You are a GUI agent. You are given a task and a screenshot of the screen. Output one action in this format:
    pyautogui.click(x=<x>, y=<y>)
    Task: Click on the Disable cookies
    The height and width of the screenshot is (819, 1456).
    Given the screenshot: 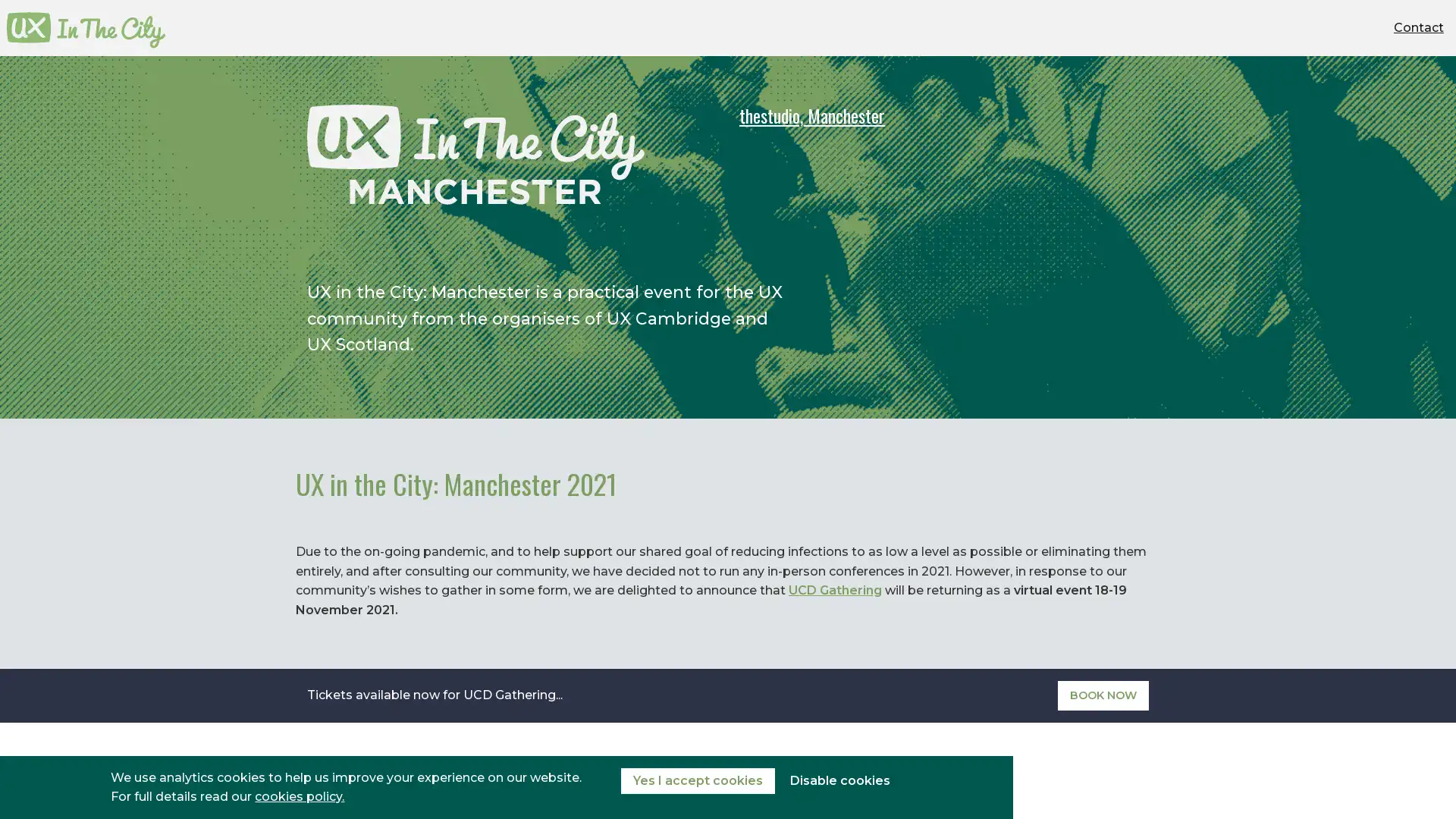 What is the action you would take?
    pyautogui.click(x=839, y=780)
    